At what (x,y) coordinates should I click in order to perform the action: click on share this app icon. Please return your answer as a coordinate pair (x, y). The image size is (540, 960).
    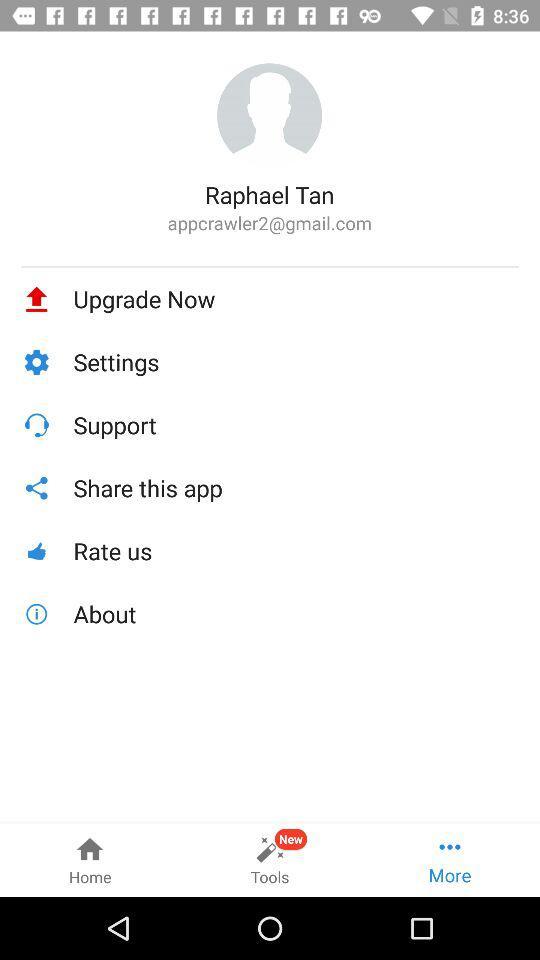
    Looking at the image, I should click on (295, 487).